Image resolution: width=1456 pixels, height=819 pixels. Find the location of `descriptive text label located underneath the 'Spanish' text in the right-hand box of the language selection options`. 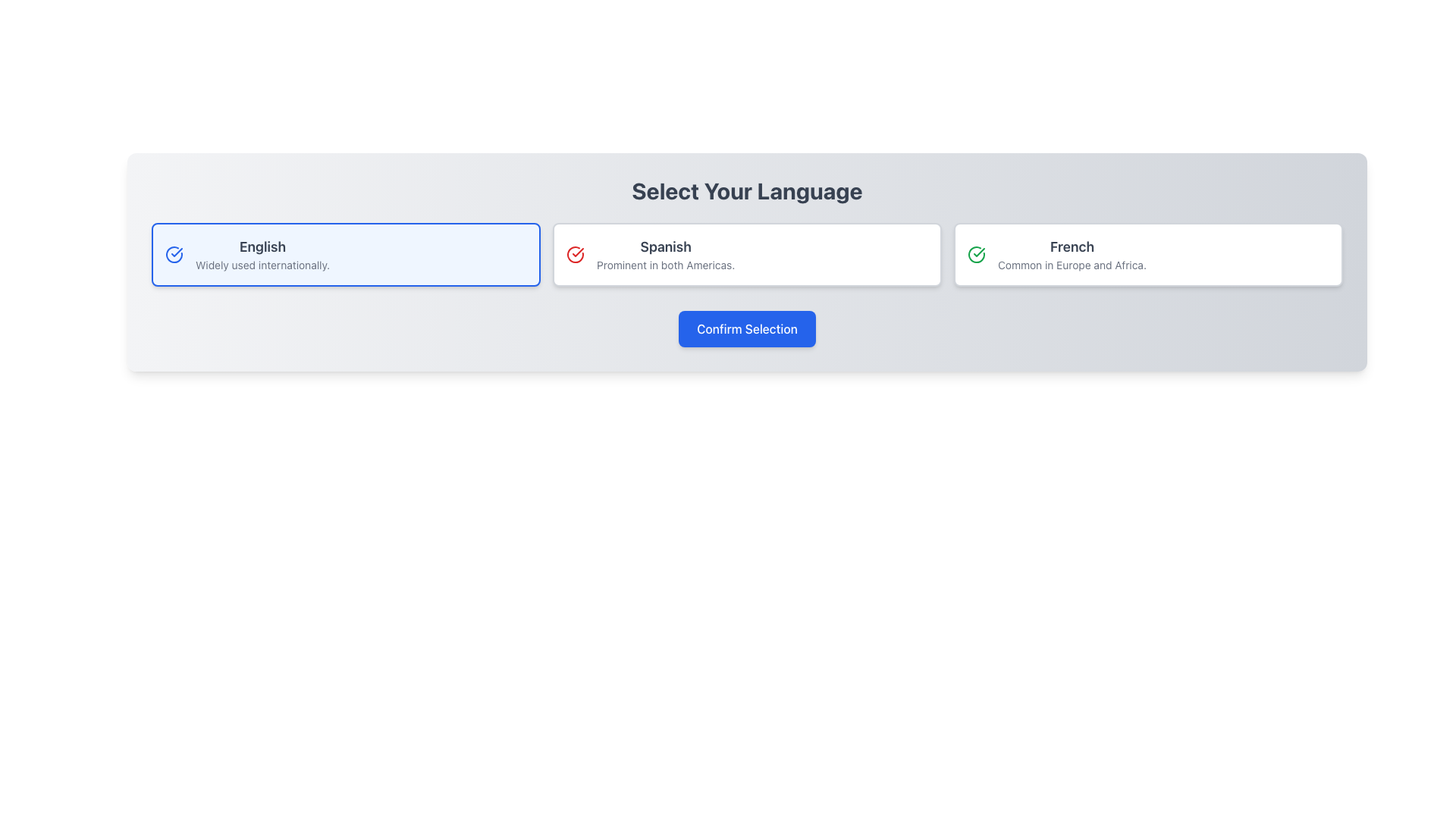

descriptive text label located underneath the 'Spanish' text in the right-hand box of the language selection options is located at coordinates (666, 265).